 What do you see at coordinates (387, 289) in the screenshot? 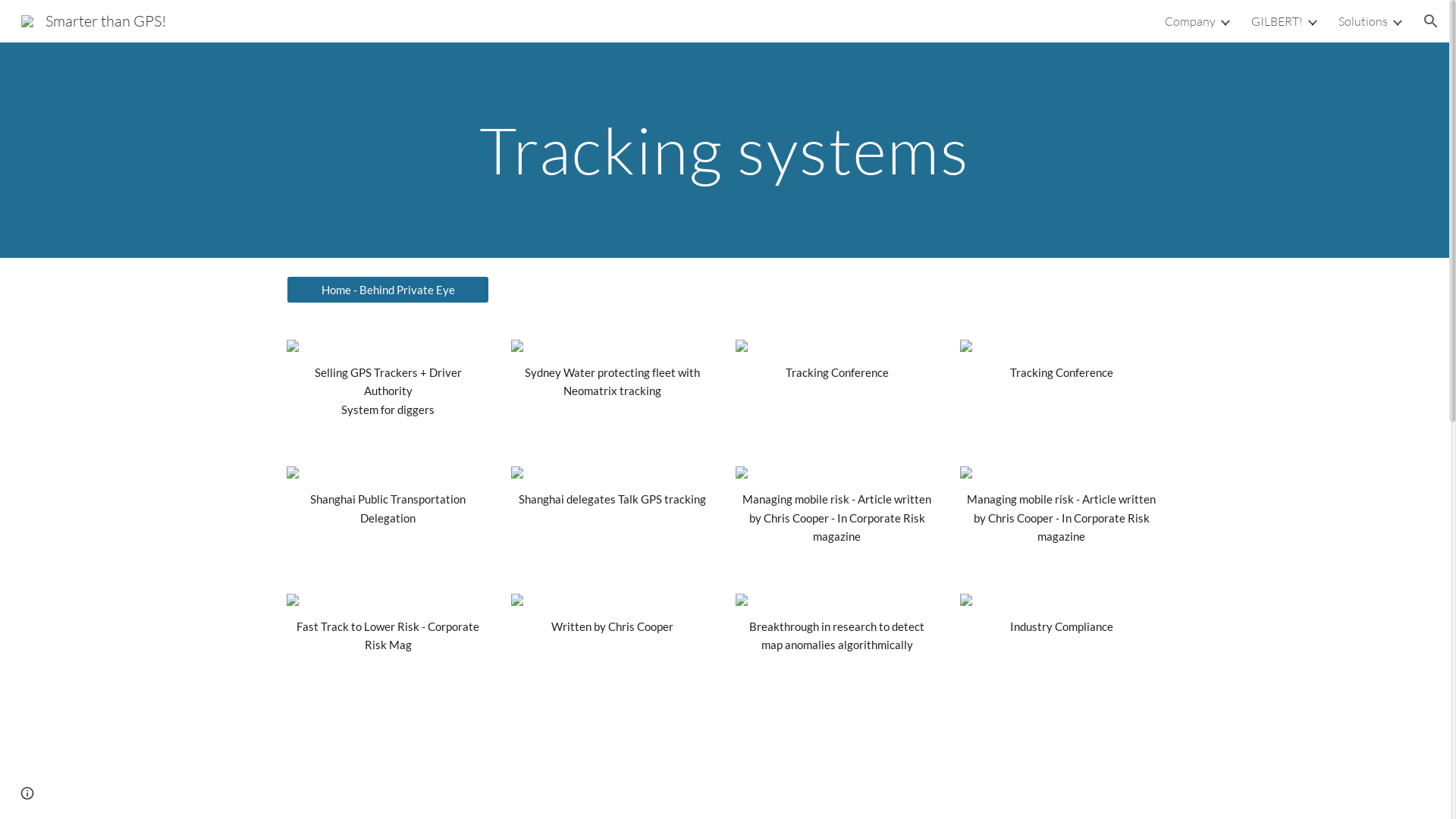
I see `'Home - Behind Private Eye'` at bounding box center [387, 289].